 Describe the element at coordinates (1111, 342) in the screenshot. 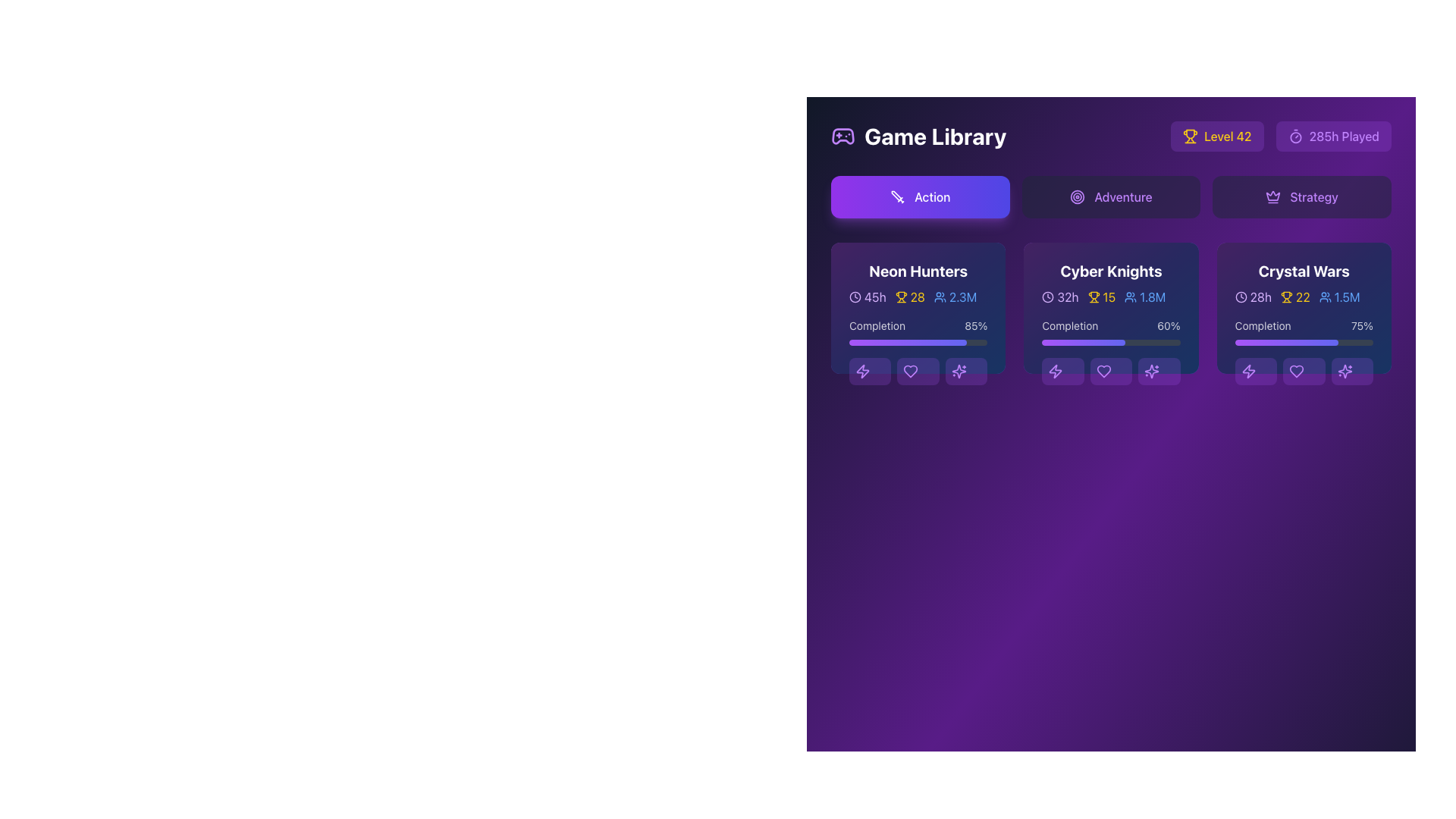

I see `the rectangular progress bar with a gradient from purple to indigo, indicating 60% completion, located under the 'Completion' label in the 'Cyber Knights' card in the 'Game Library' interface` at that location.